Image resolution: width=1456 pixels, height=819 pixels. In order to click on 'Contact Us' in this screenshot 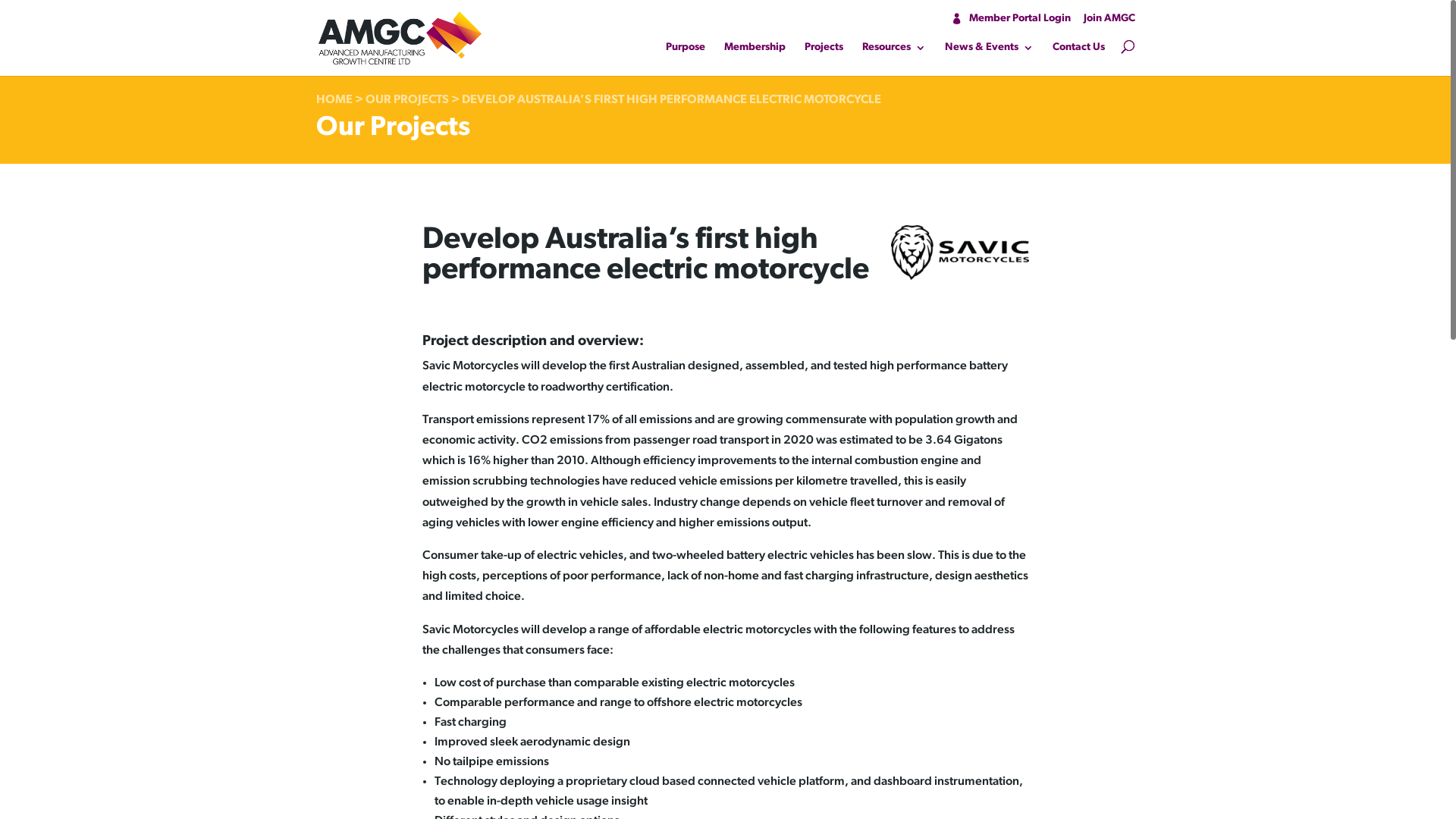, I will do `click(1078, 50)`.